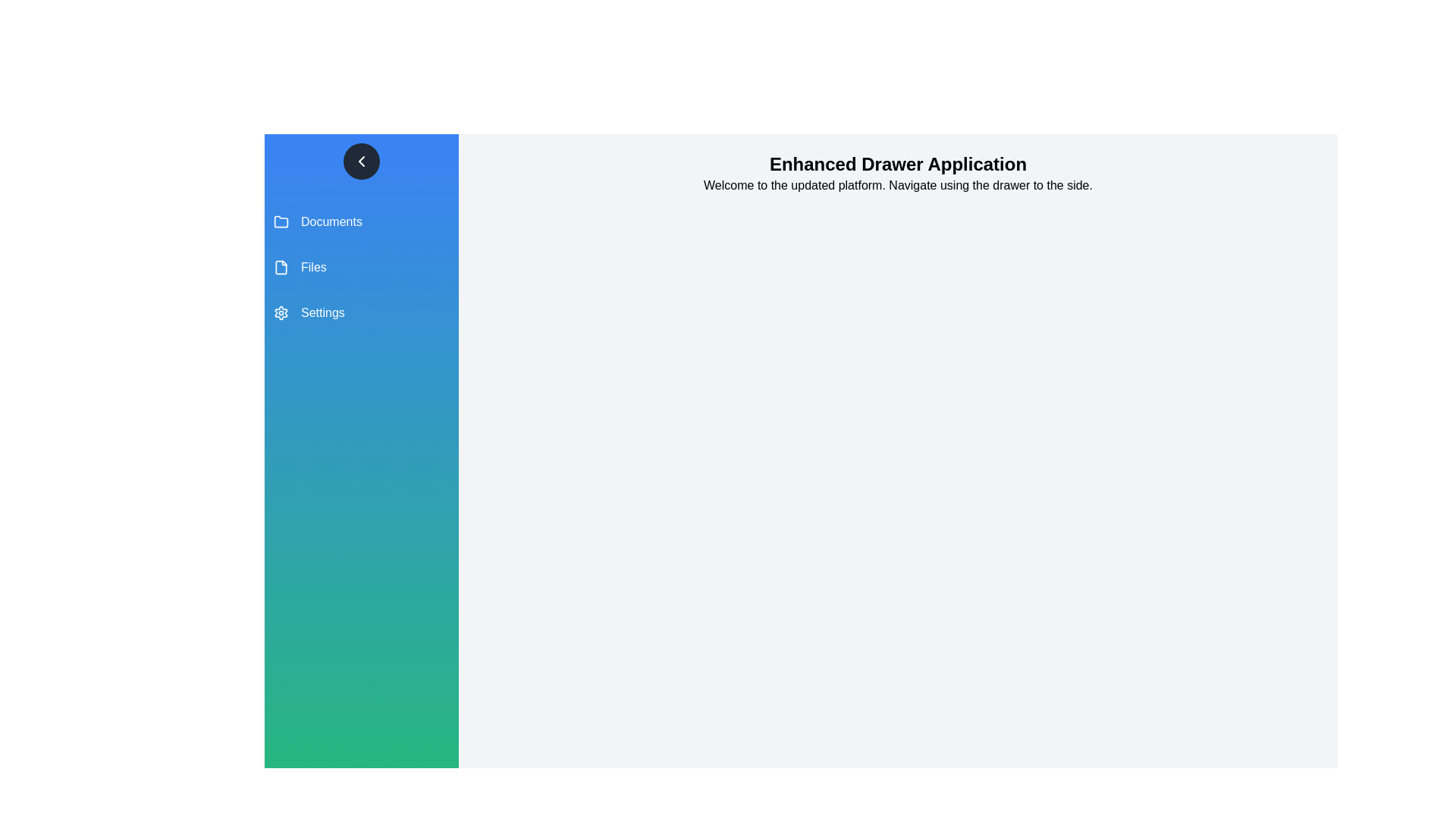  What do you see at coordinates (360, 222) in the screenshot?
I see `the menu item Documents to navigate` at bounding box center [360, 222].